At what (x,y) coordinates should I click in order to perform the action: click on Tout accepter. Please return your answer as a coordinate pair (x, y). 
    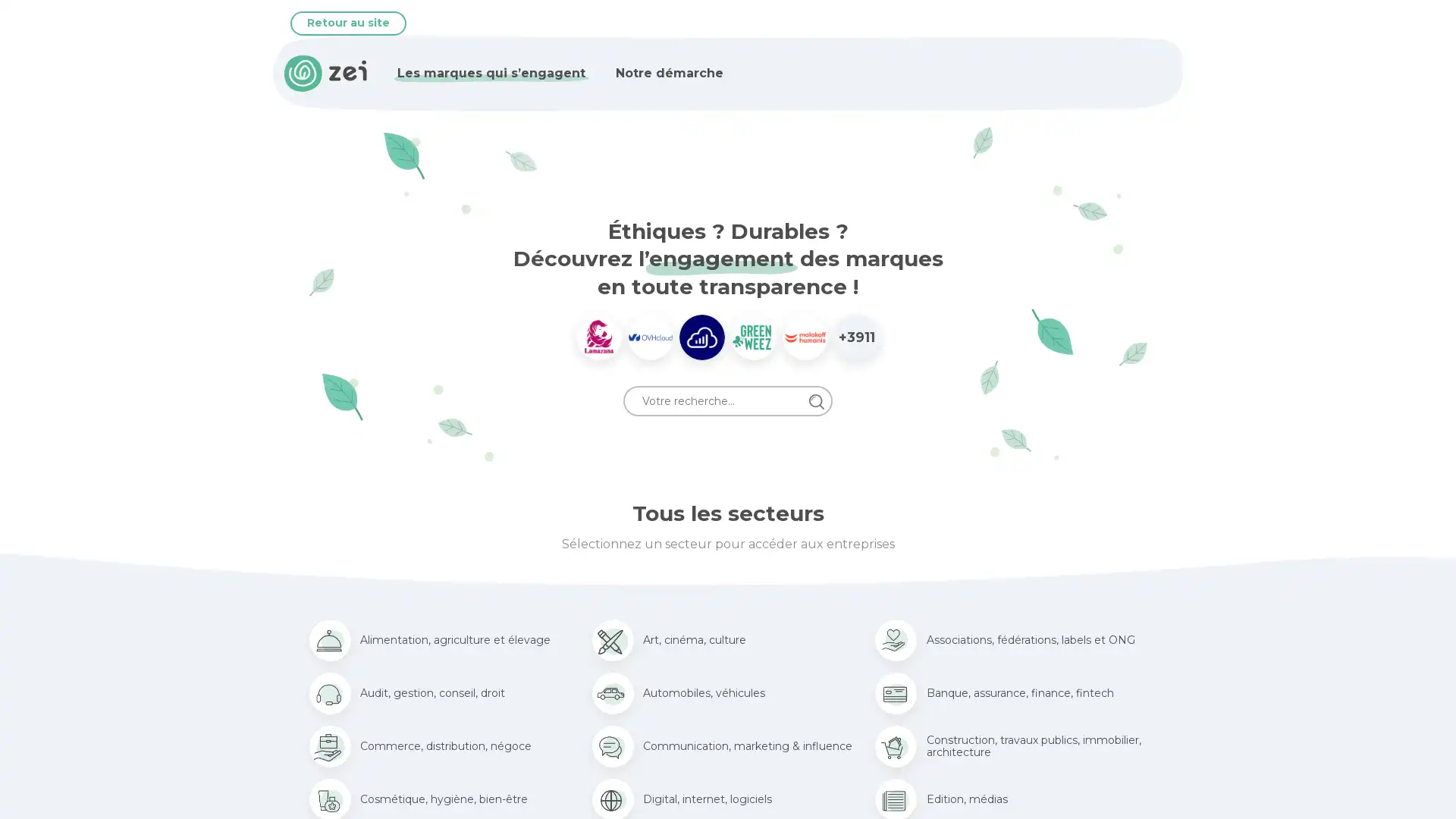
    Looking at the image, I should click on (155, 717).